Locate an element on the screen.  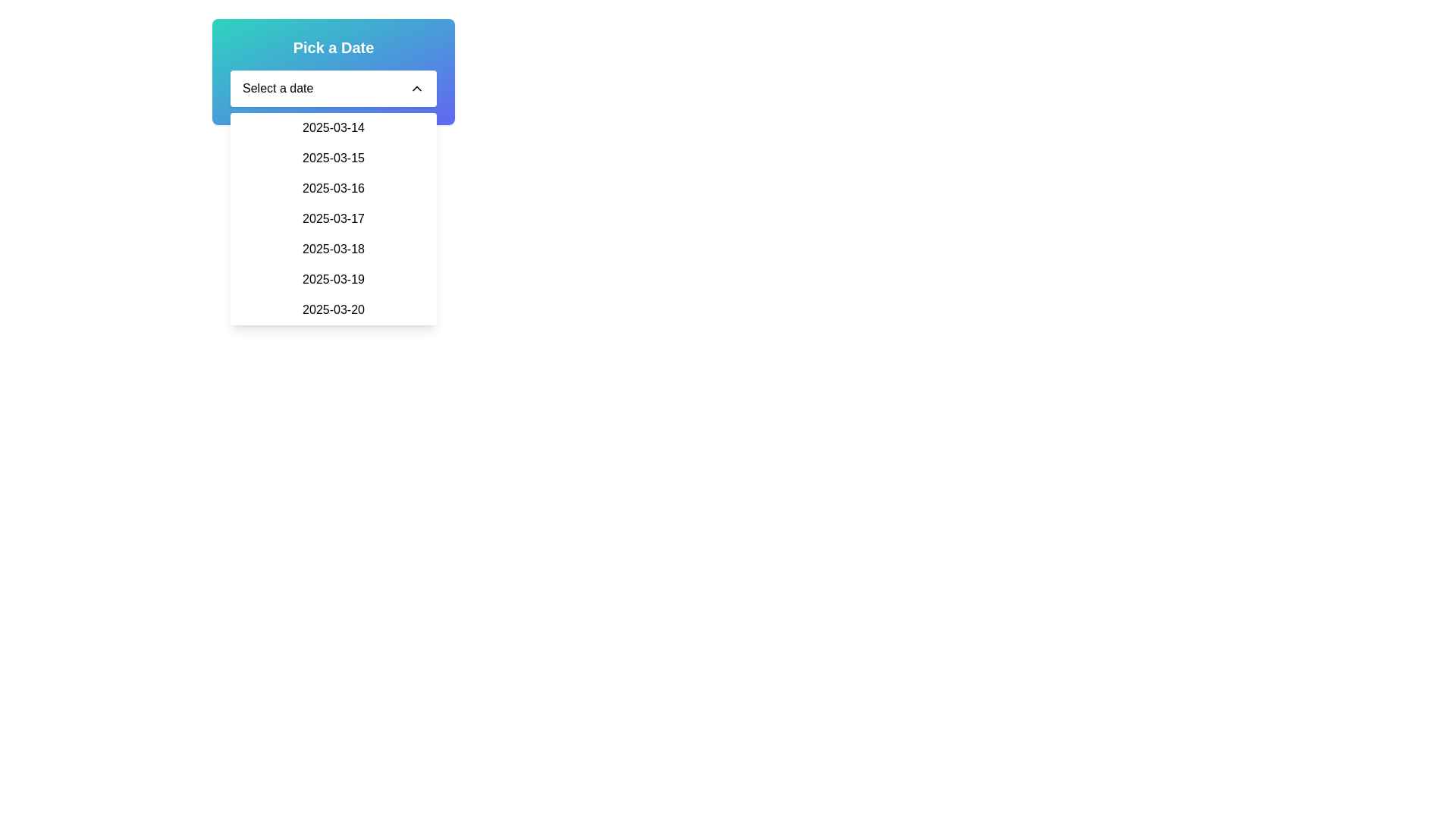
the first item in the date selection dropdown menu is located at coordinates (333, 127).